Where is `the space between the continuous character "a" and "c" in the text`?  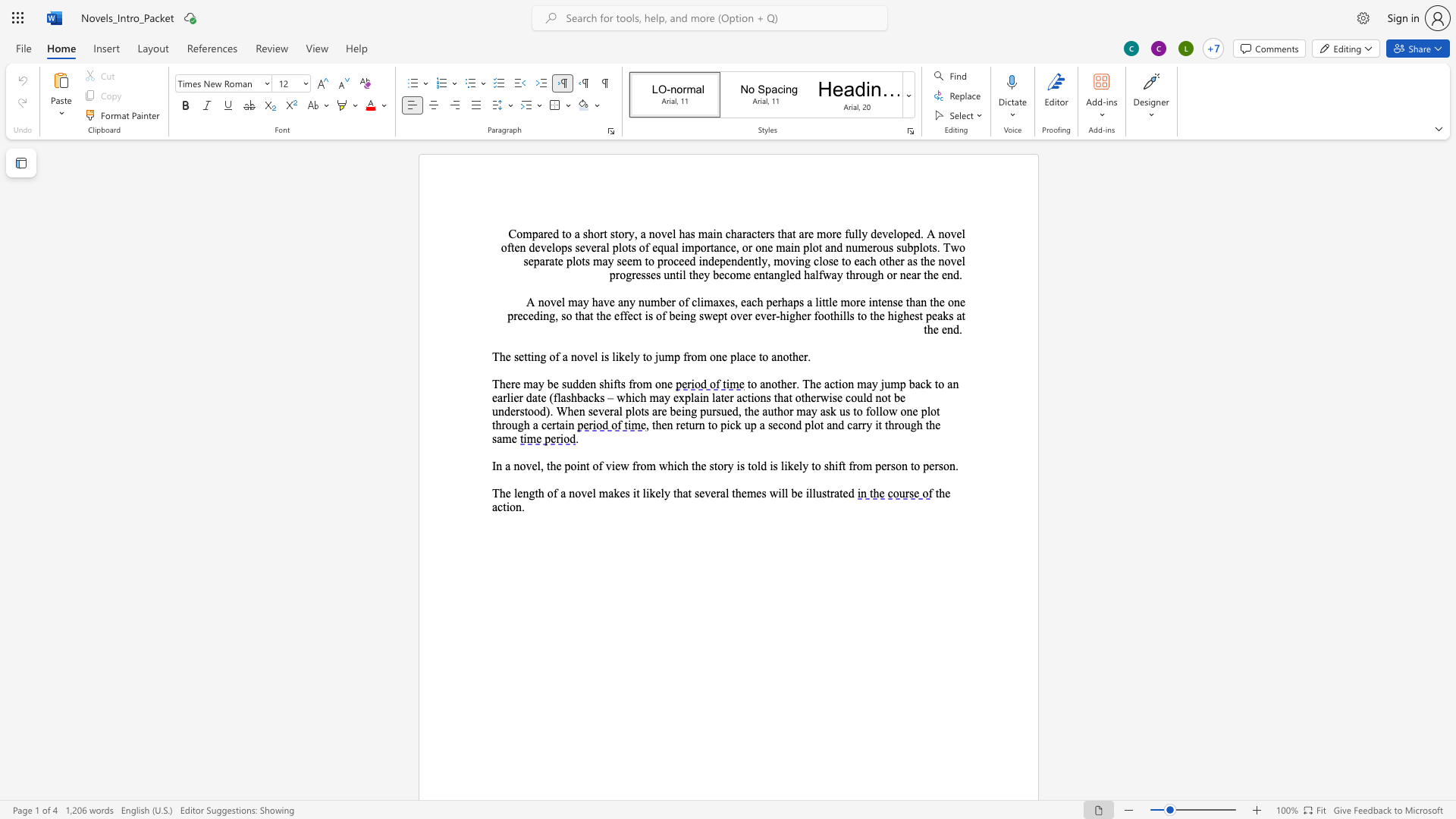
the space between the continuous character "a" and "c" in the text is located at coordinates (497, 507).